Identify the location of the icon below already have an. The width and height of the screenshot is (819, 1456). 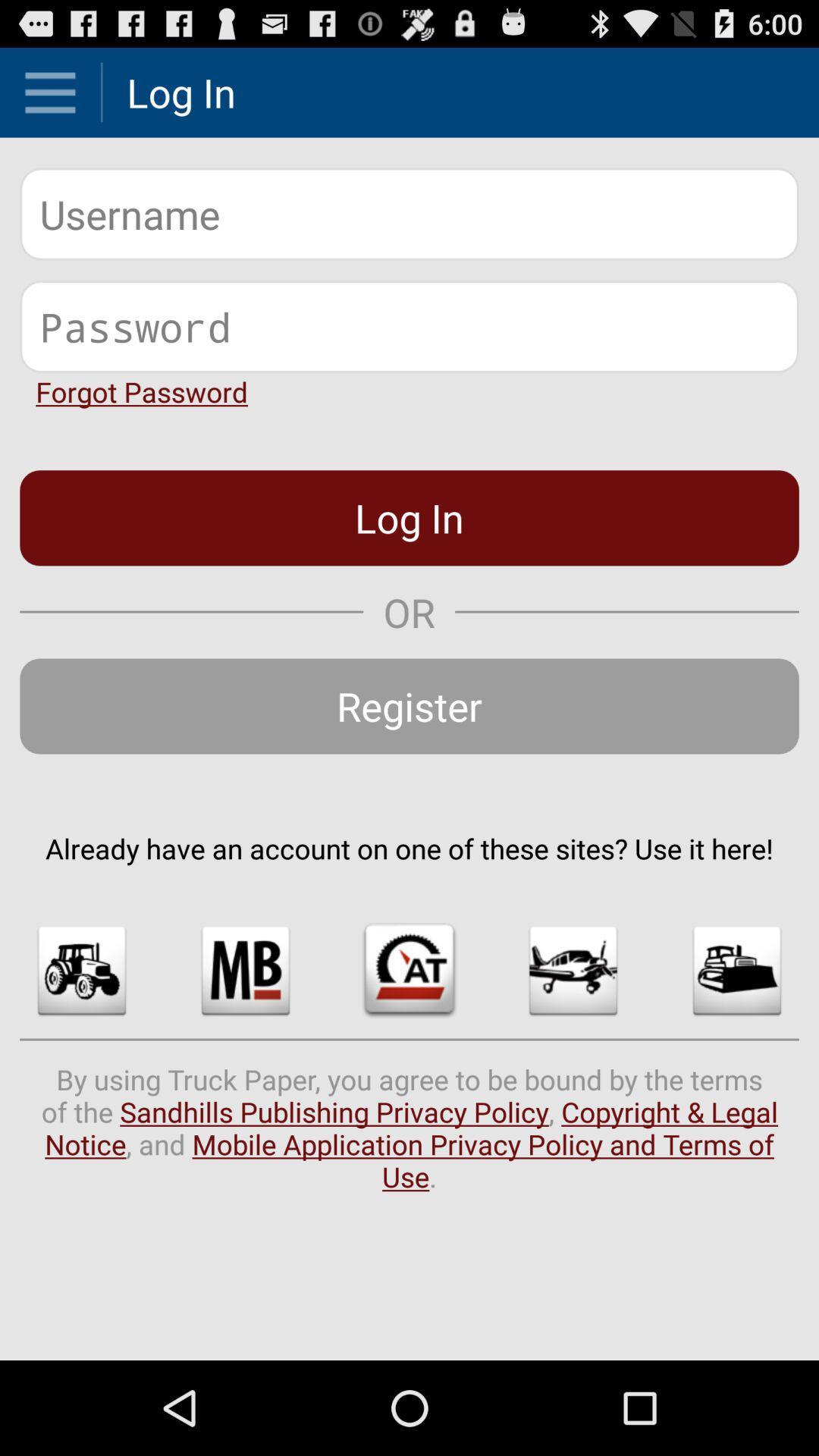
(82, 971).